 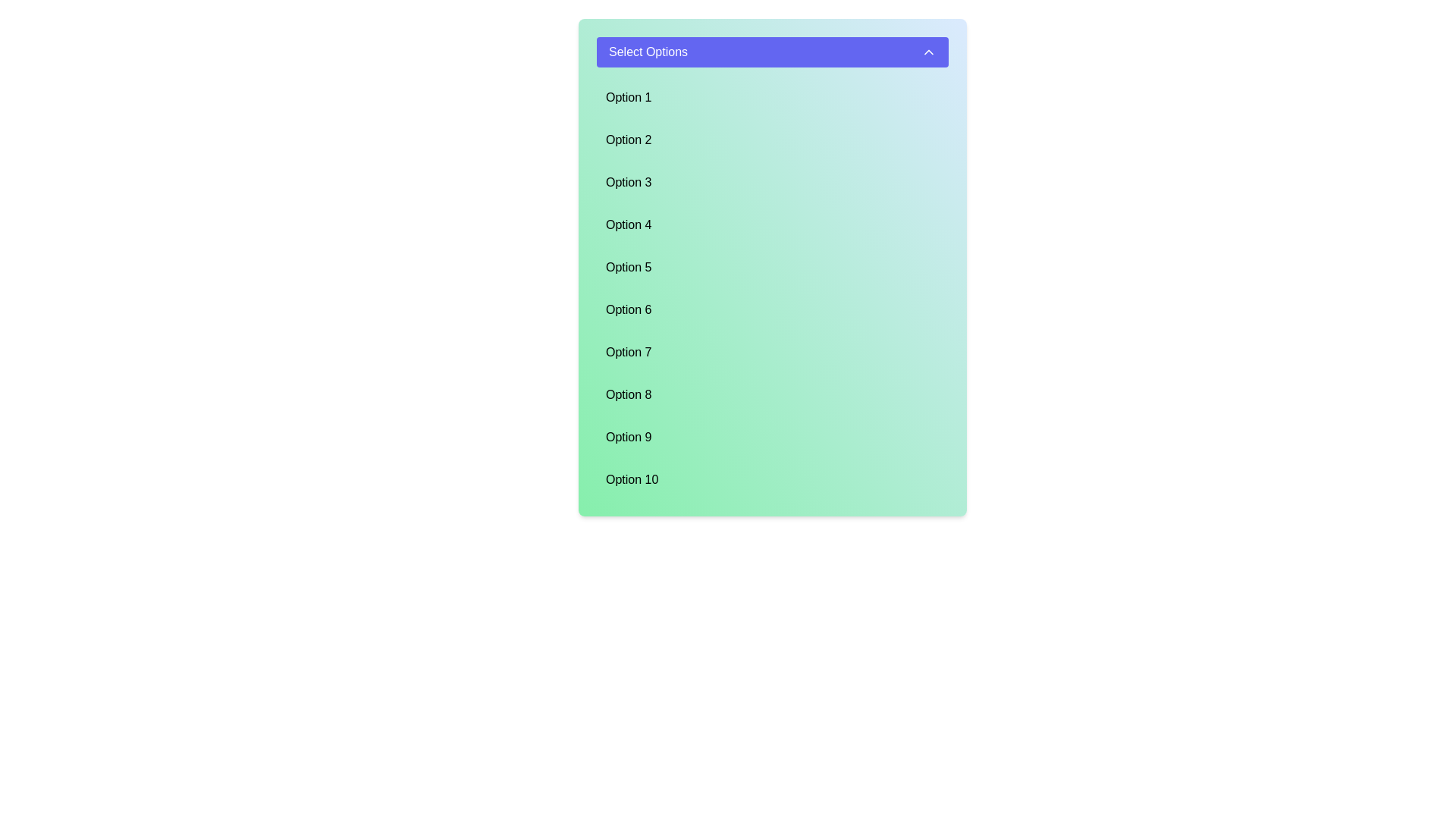 I want to click on to select the second item 'Option 2' in the dropdown menu, which has a light blue background and is aligned to the left, so click(x=772, y=140).